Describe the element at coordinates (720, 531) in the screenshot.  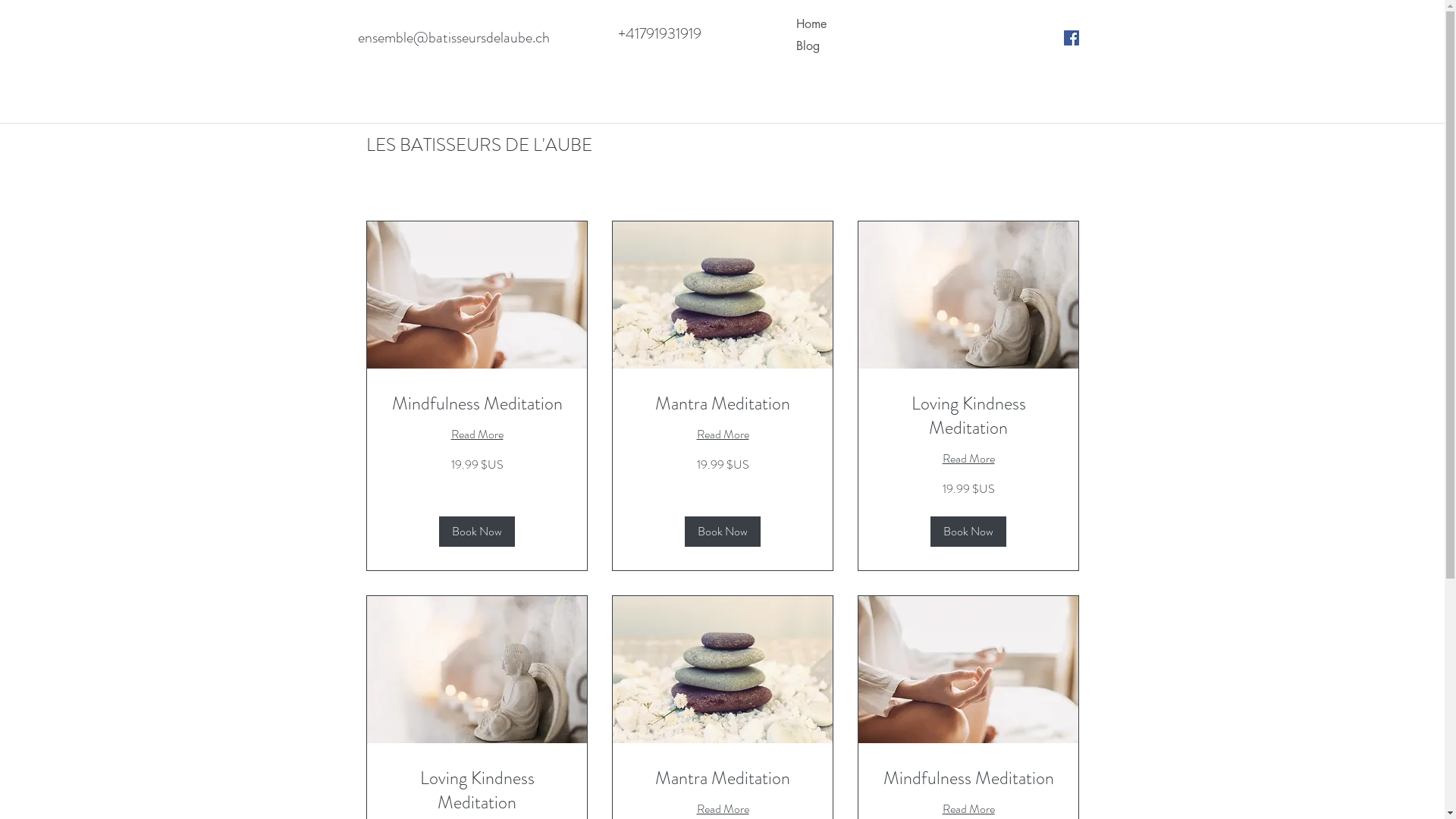
I see `'Book Now'` at that location.